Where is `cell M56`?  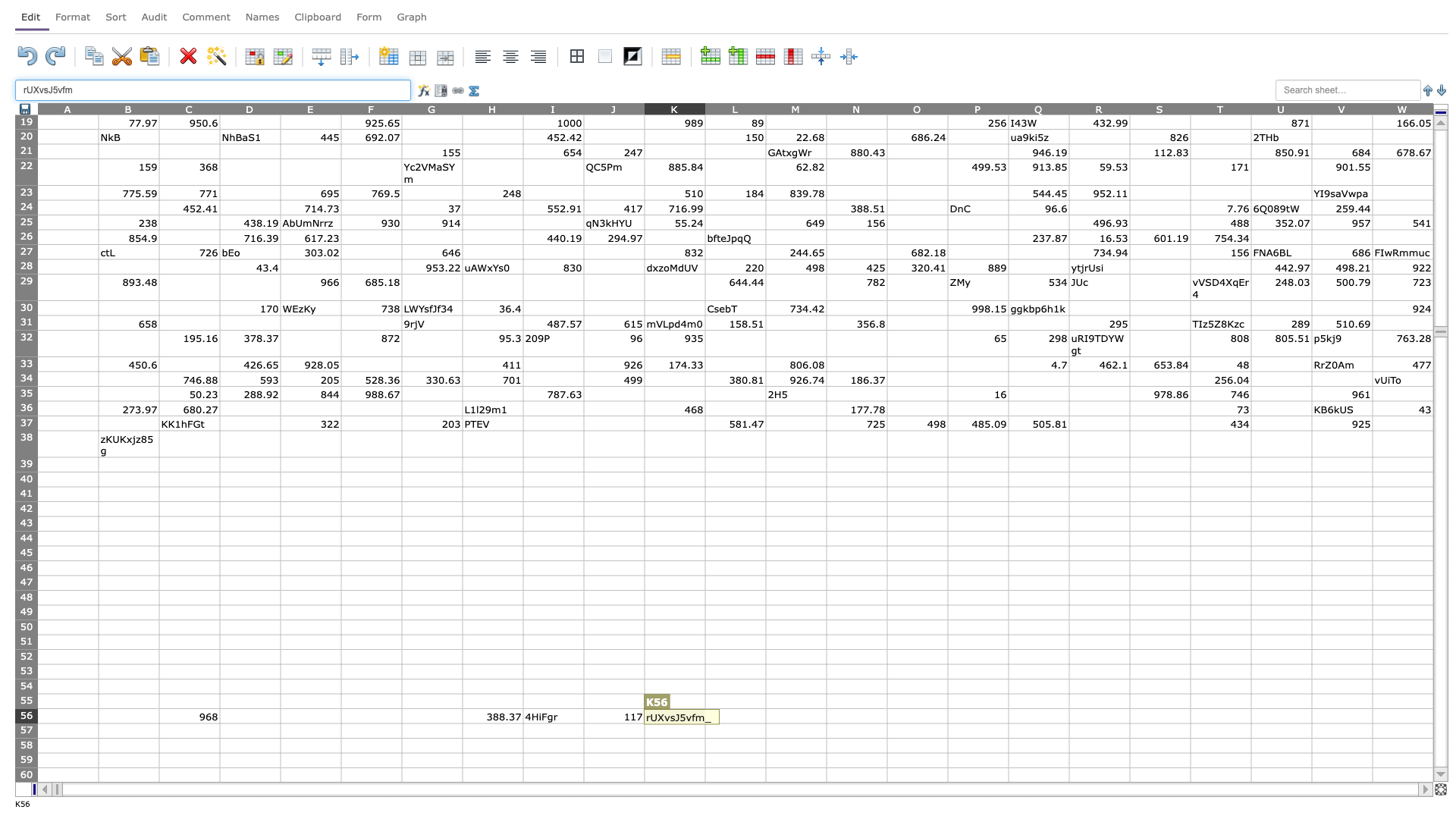
cell M56 is located at coordinates (795, 716).